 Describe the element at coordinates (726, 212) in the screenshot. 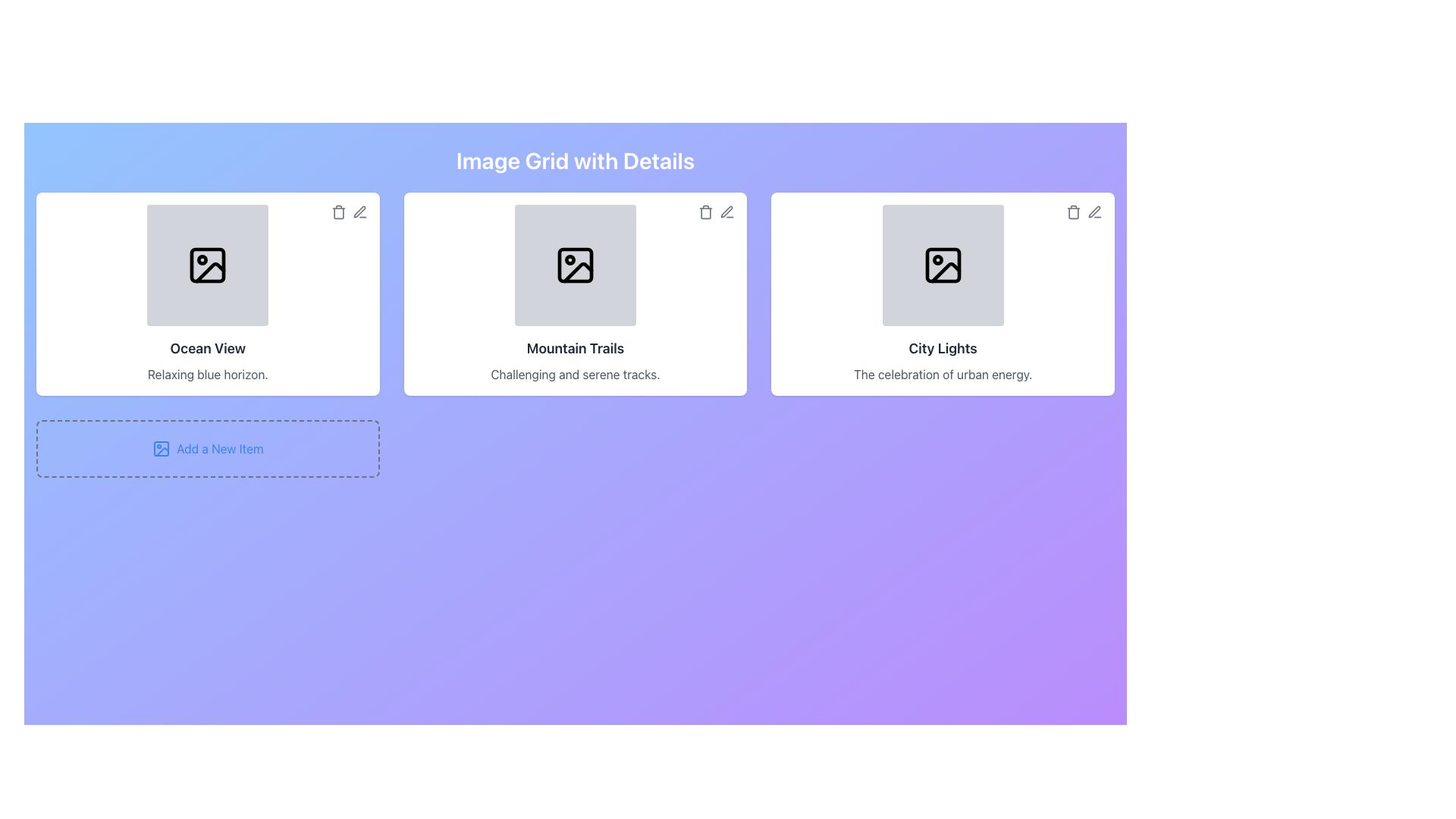

I see `the editing icon, which resembles a pen or pencil, located in the top right corner of the 'Mountain Trails' card, positioned to the right of the 'trash' icon` at that location.